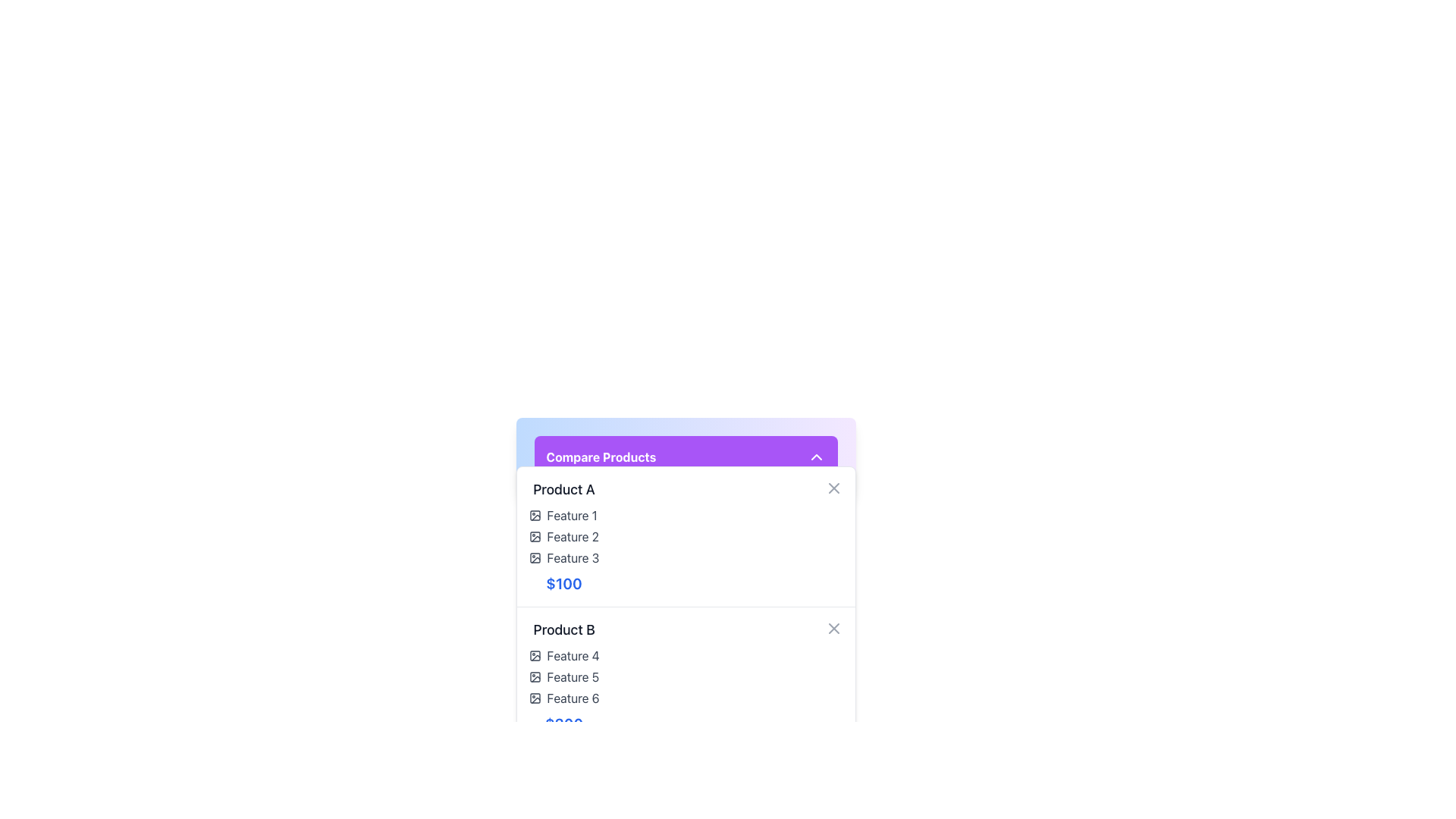 The image size is (1456, 819). I want to click on the title text for 'Product B' that serves an informational purpose, indicating the product being compared, so click(563, 629).